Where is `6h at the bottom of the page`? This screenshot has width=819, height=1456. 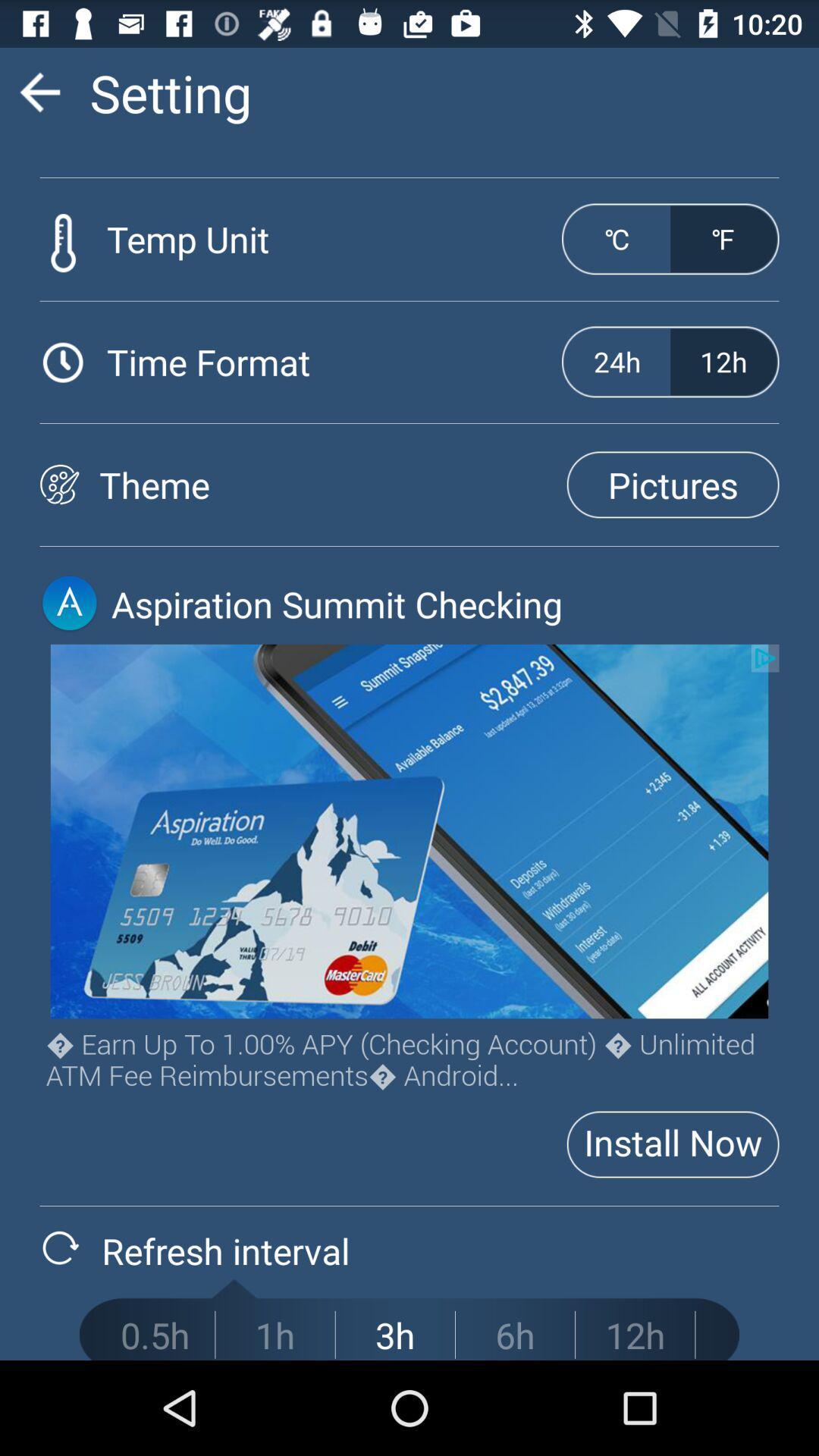 6h at the bottom of the page is located at coordinates (514, 1335).